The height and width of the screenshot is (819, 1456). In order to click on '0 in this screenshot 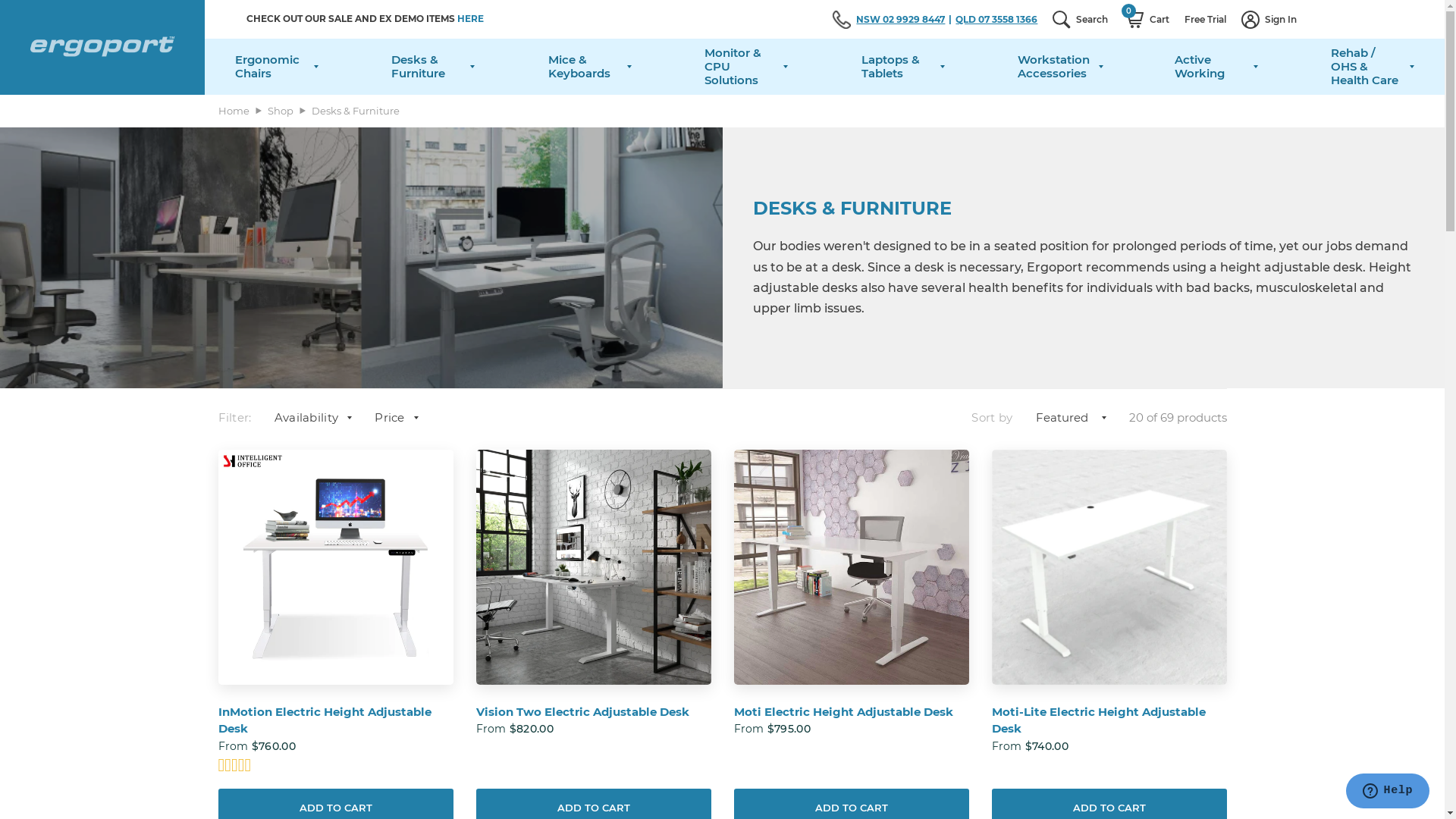, I will do `click(1146, 19)`.